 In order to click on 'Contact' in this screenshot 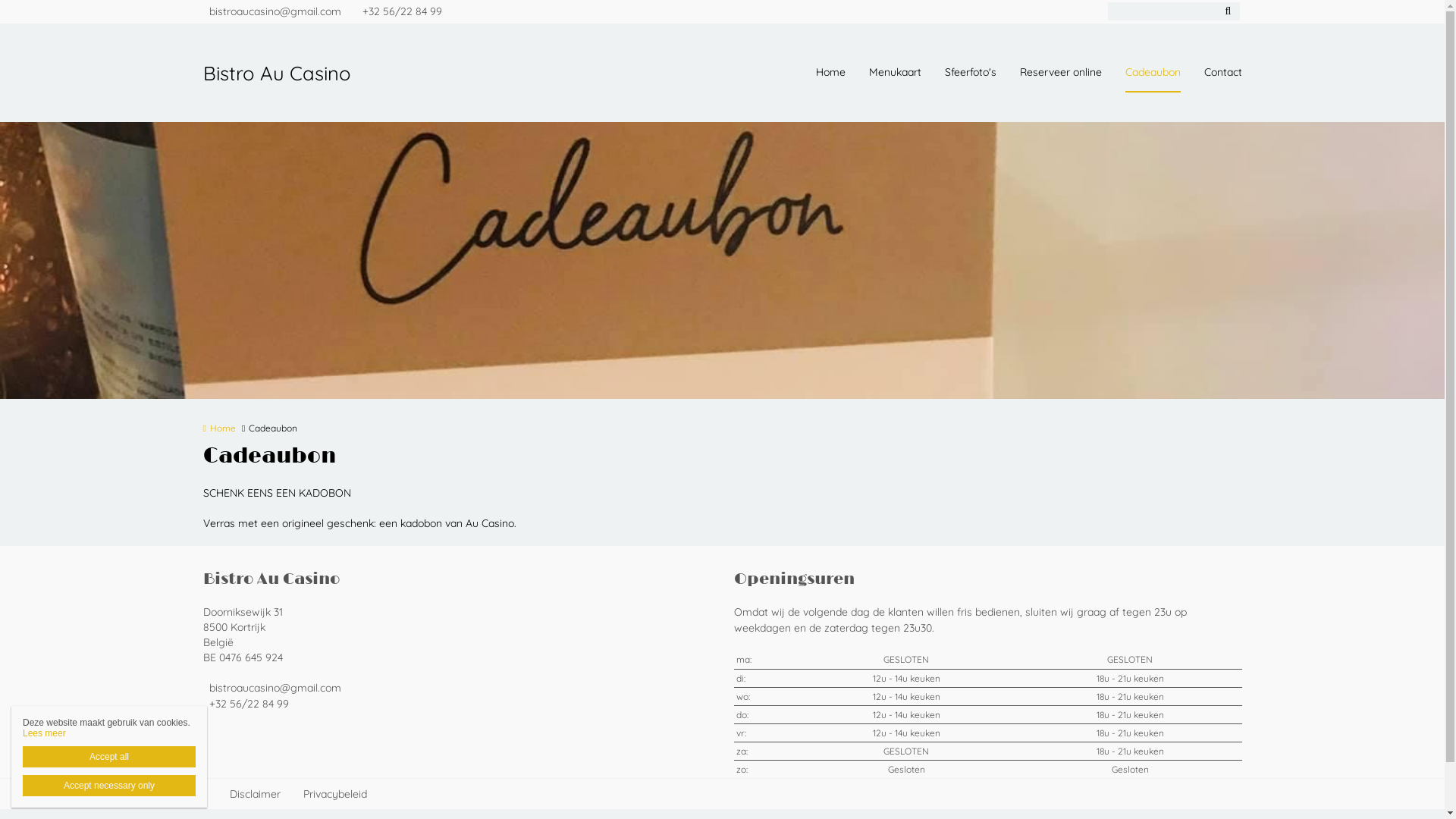, I will do `click(1203, 73)`.